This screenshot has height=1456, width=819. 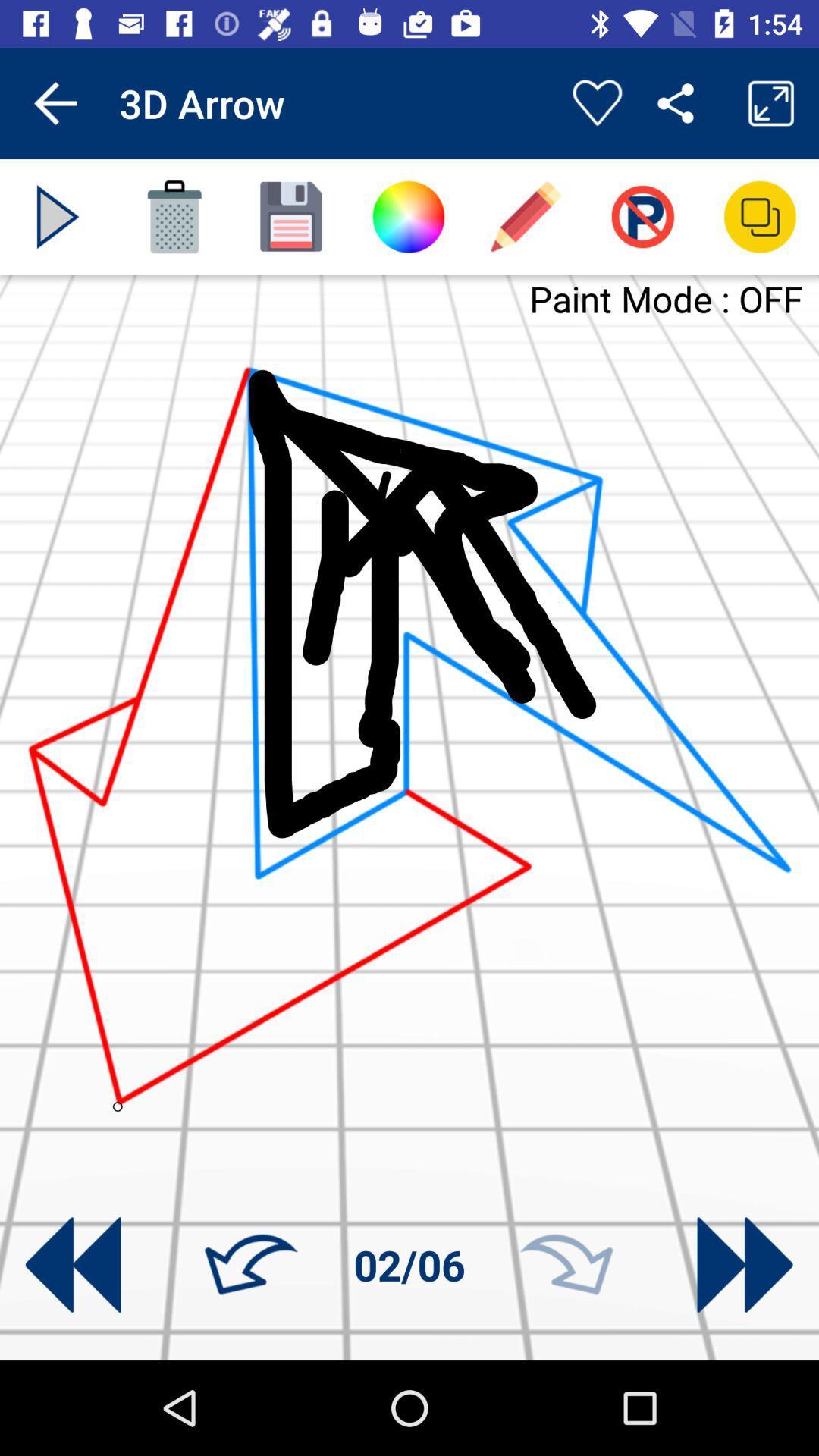 I want to click on go forward, so click(x=566, y=1265).